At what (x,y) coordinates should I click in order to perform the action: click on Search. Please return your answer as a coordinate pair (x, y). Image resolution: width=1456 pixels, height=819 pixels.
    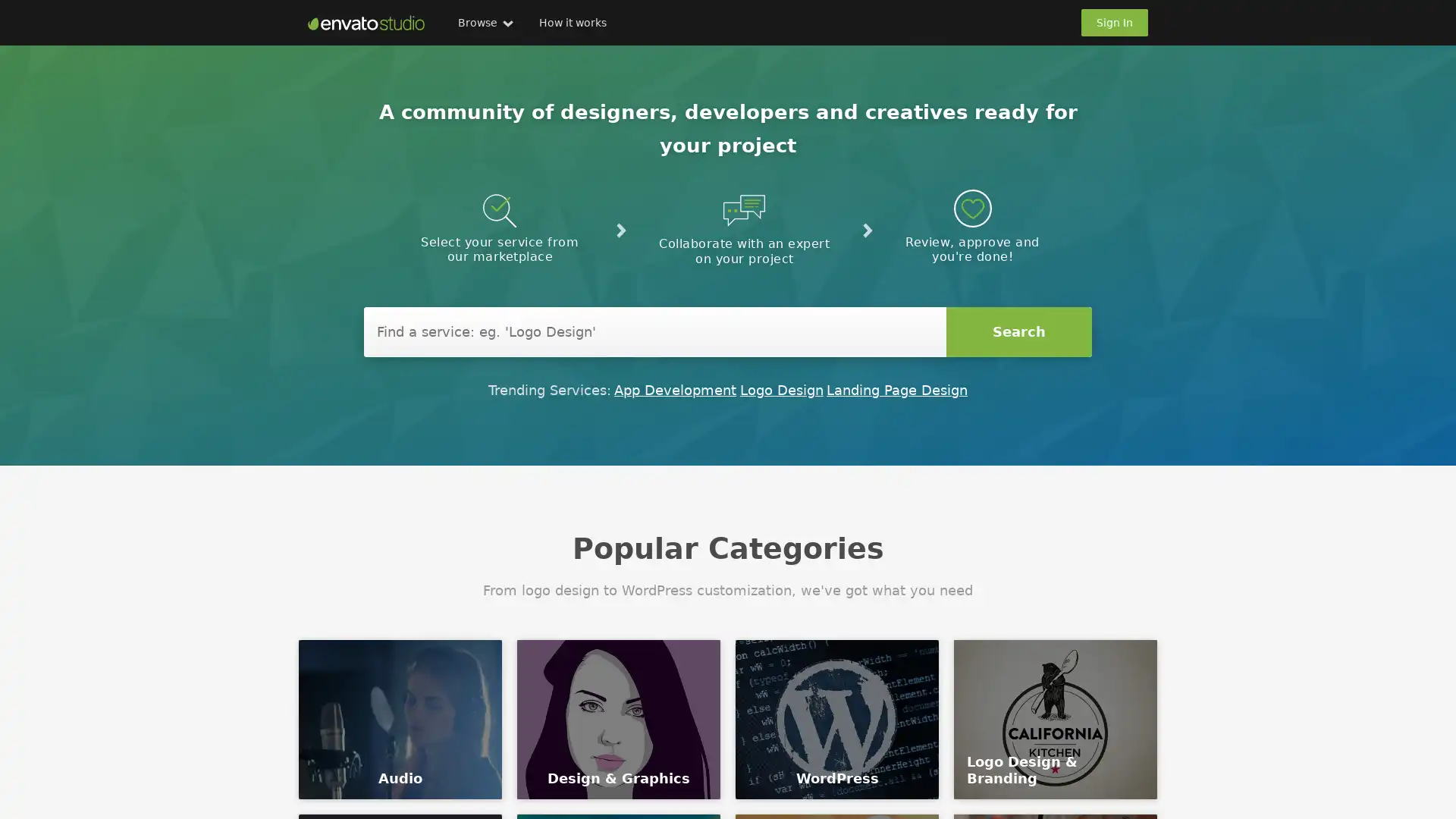
    Looking at the image, I should click on (1019, 331).